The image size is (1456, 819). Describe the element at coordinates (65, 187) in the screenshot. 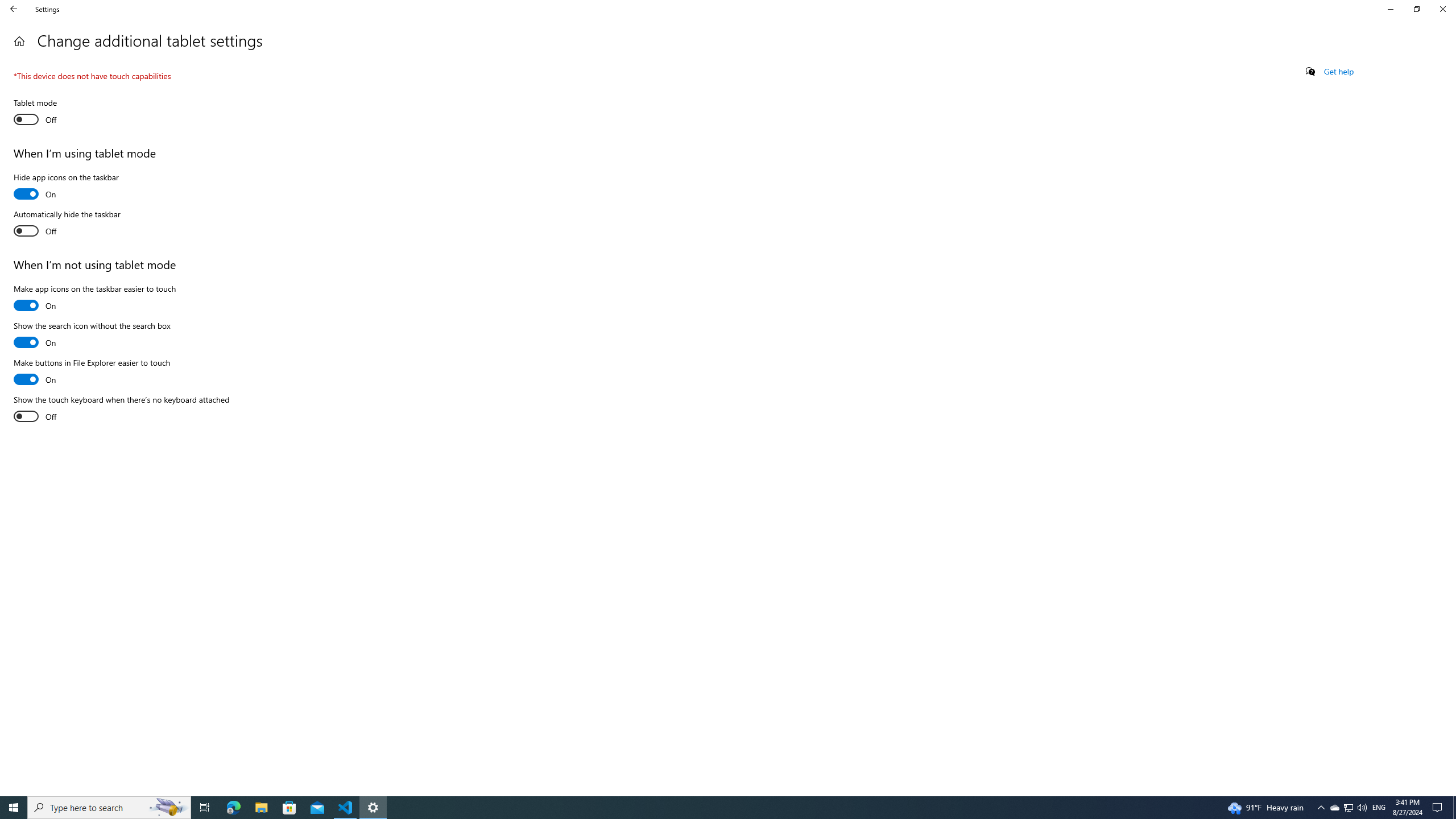

I see `'Hide app icons on the taskbar'` at that location.